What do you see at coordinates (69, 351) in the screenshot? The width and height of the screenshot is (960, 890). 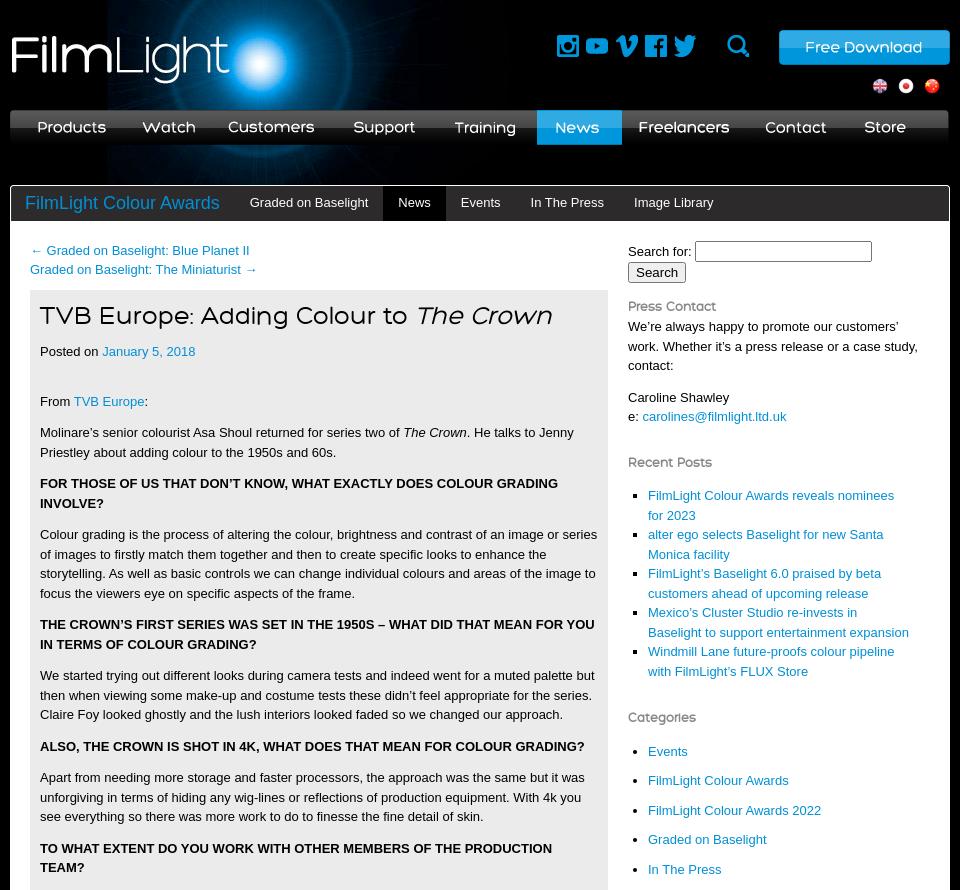 I see `'Posted on'` at bounding box center [69, 351].